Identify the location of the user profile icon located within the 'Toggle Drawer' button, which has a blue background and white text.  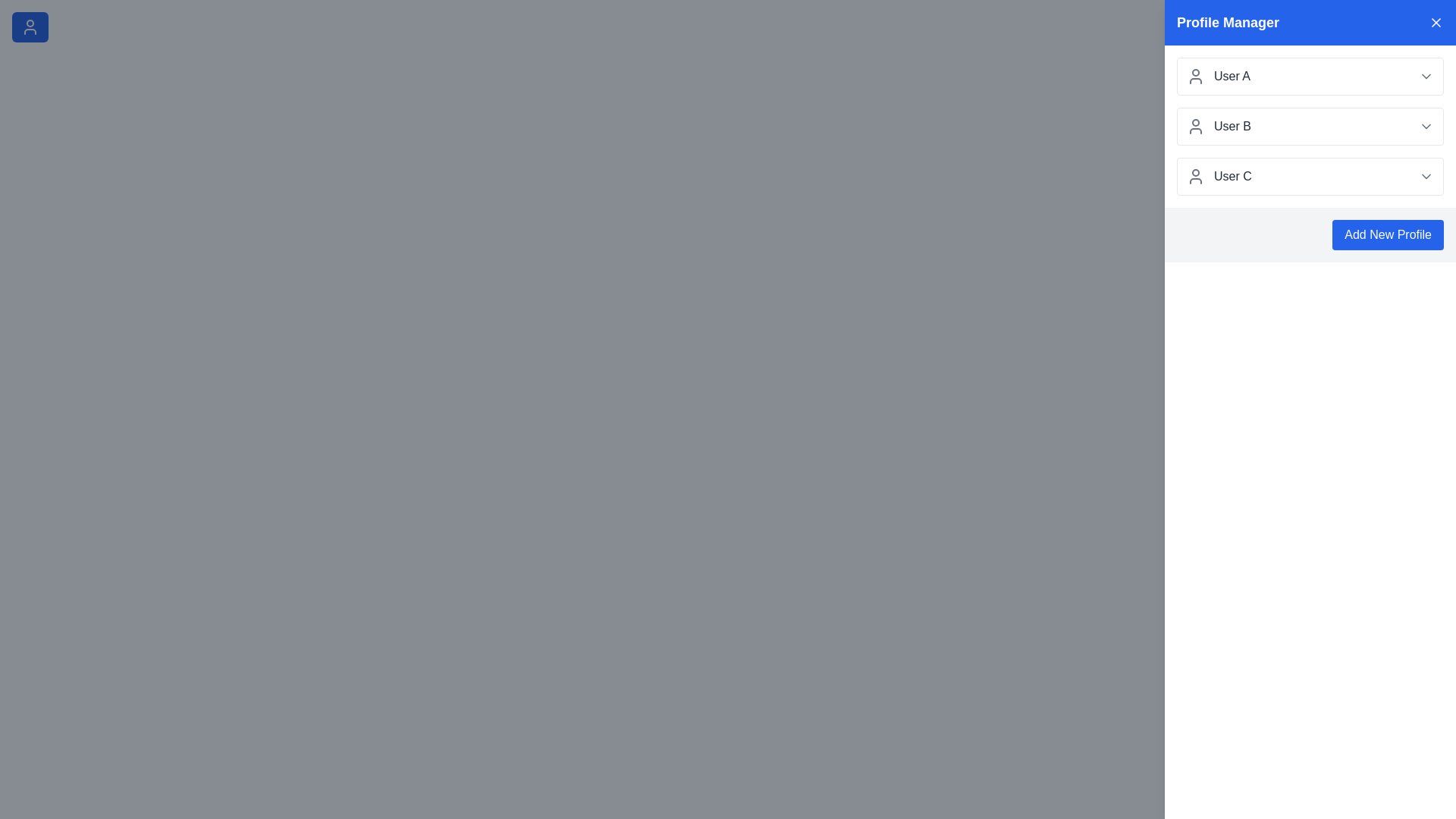
(30, 27).